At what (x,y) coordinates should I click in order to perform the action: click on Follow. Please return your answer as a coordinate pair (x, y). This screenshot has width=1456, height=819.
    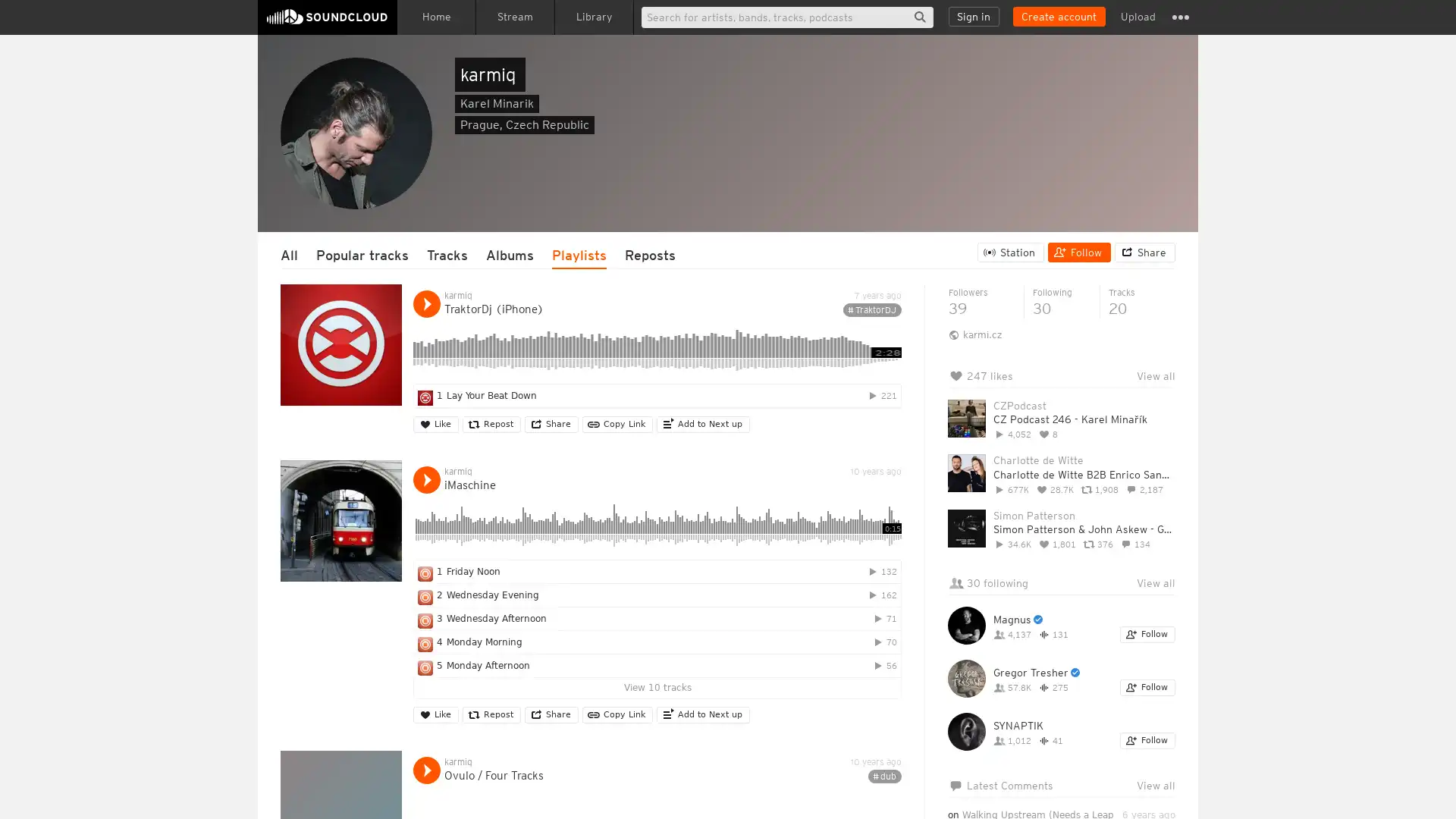
    Looking at the image, I should click on (1147, 739).